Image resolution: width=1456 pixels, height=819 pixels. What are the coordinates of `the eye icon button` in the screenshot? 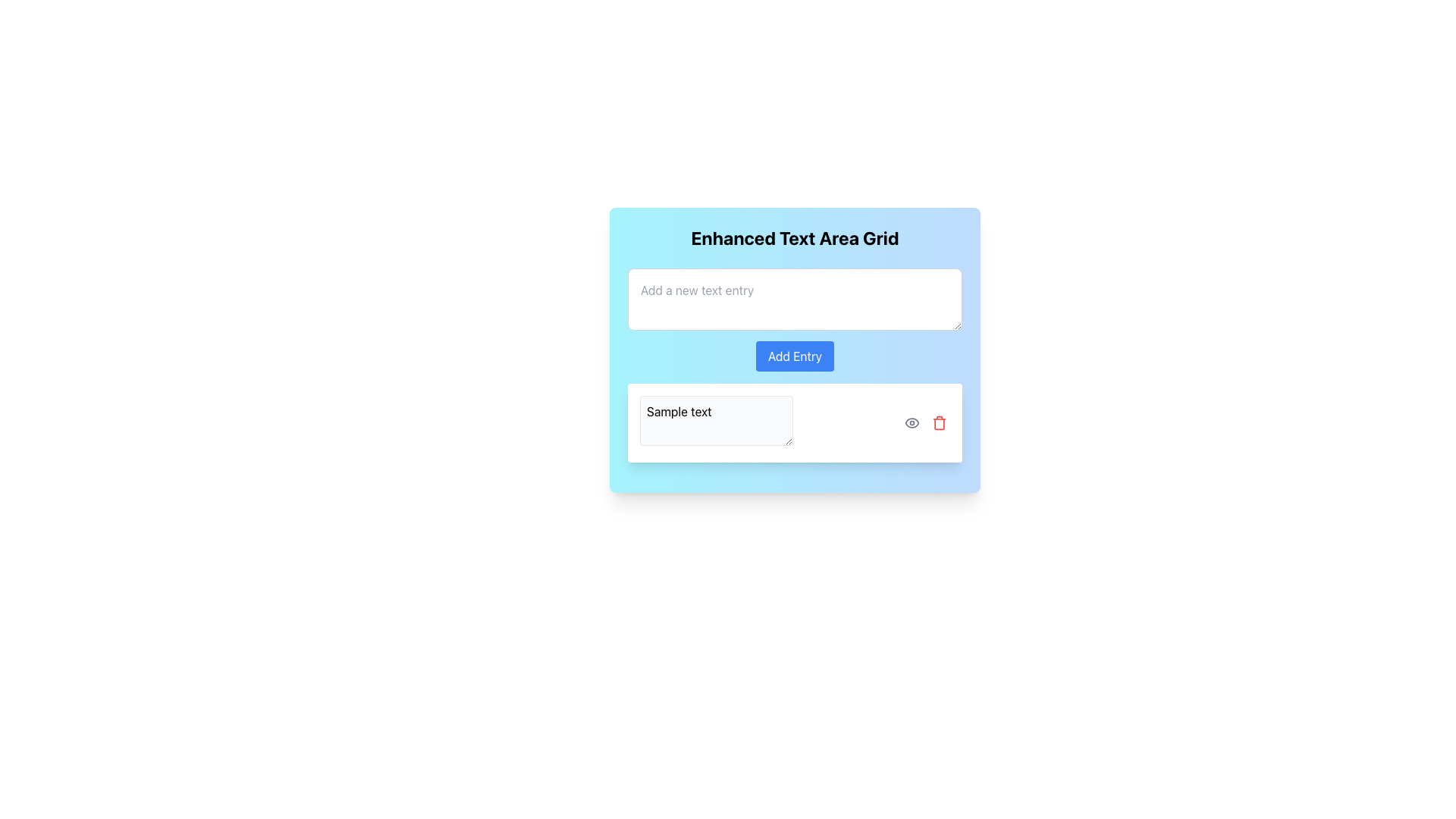 It's located at (912, 423).